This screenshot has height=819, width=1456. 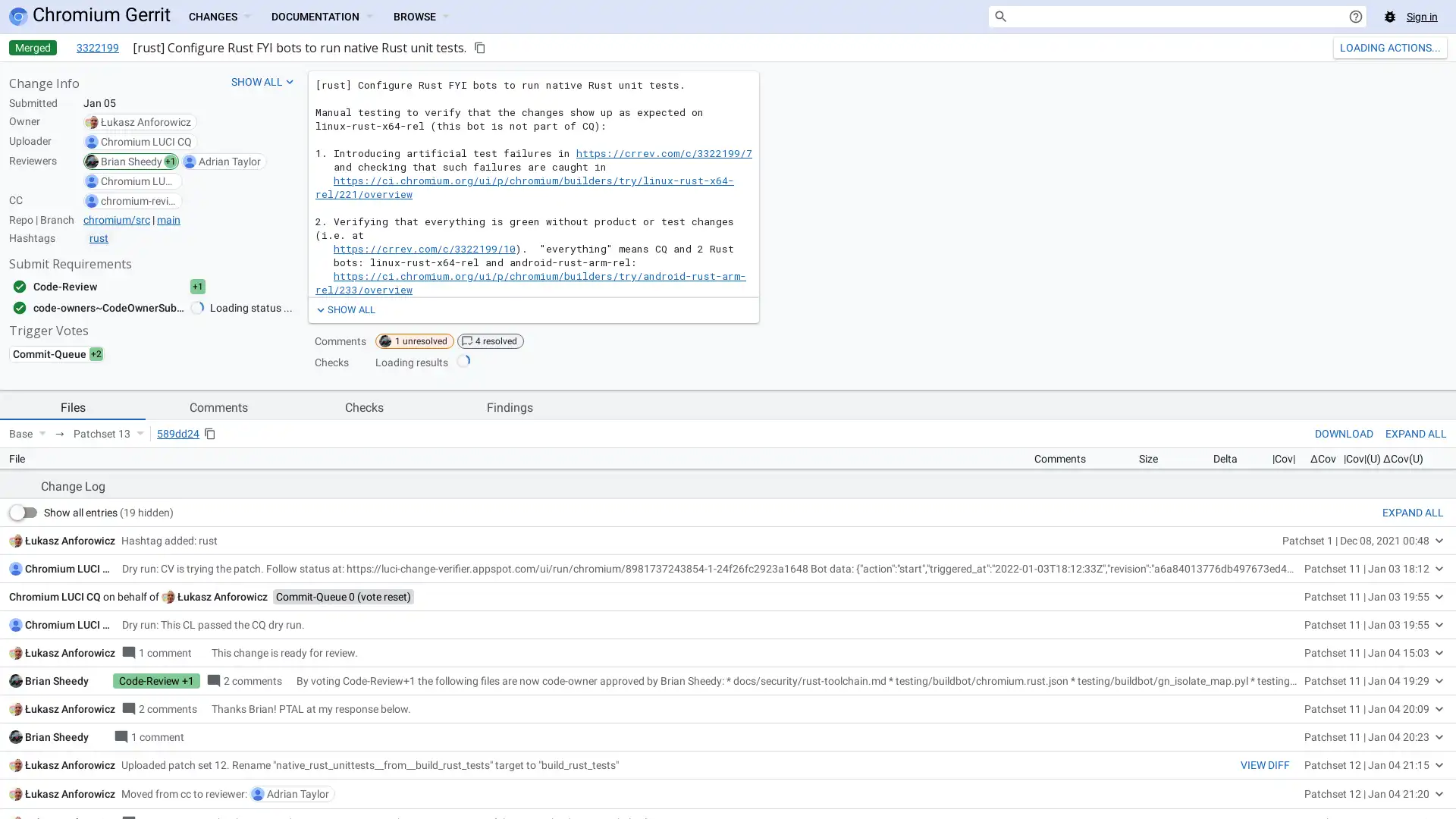 I want to click on FILE BUG, so click(x=1420, y=660).